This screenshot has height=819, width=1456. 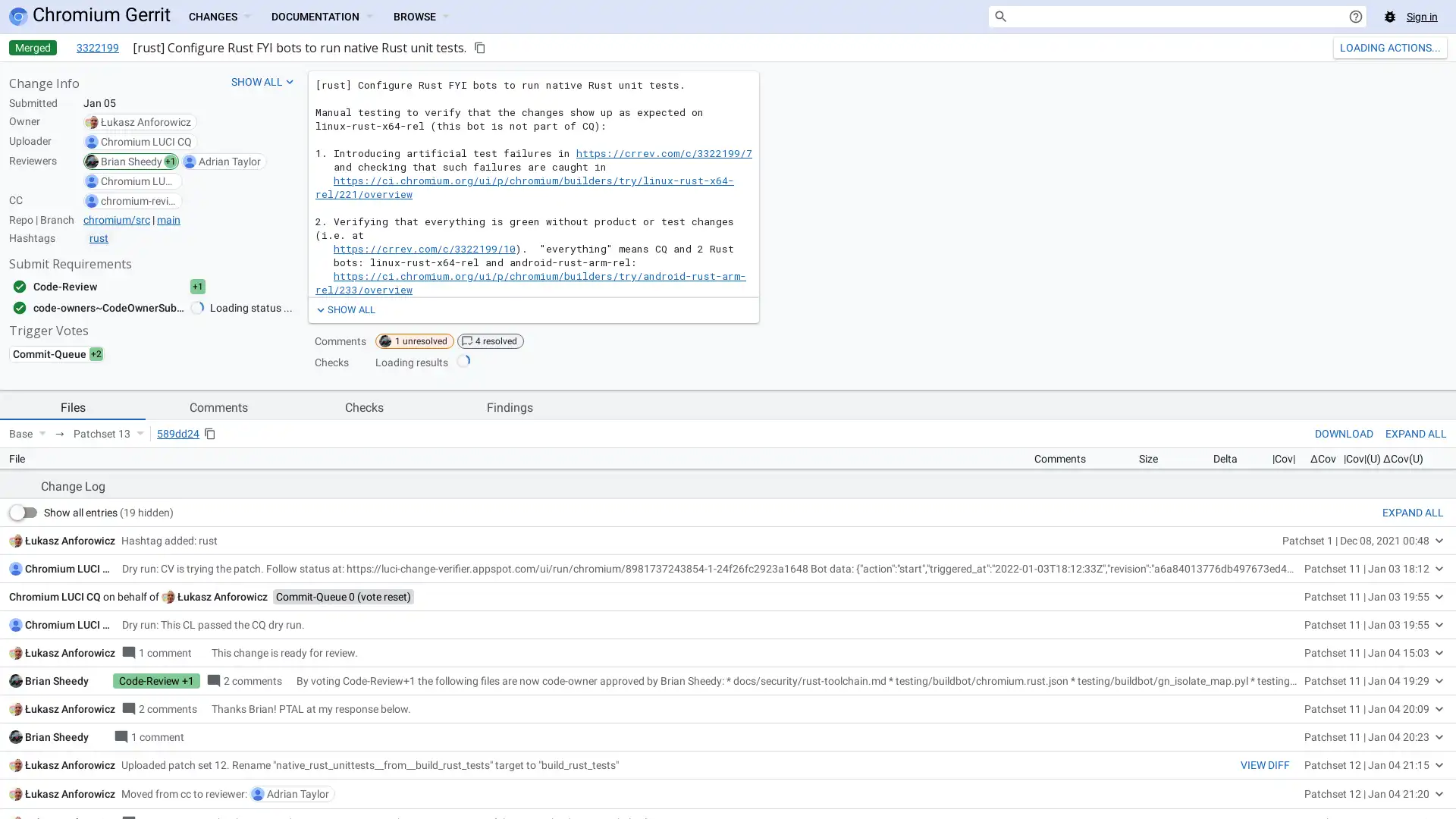 I want to click on FILE BUG, so click(x=1420, y=660).